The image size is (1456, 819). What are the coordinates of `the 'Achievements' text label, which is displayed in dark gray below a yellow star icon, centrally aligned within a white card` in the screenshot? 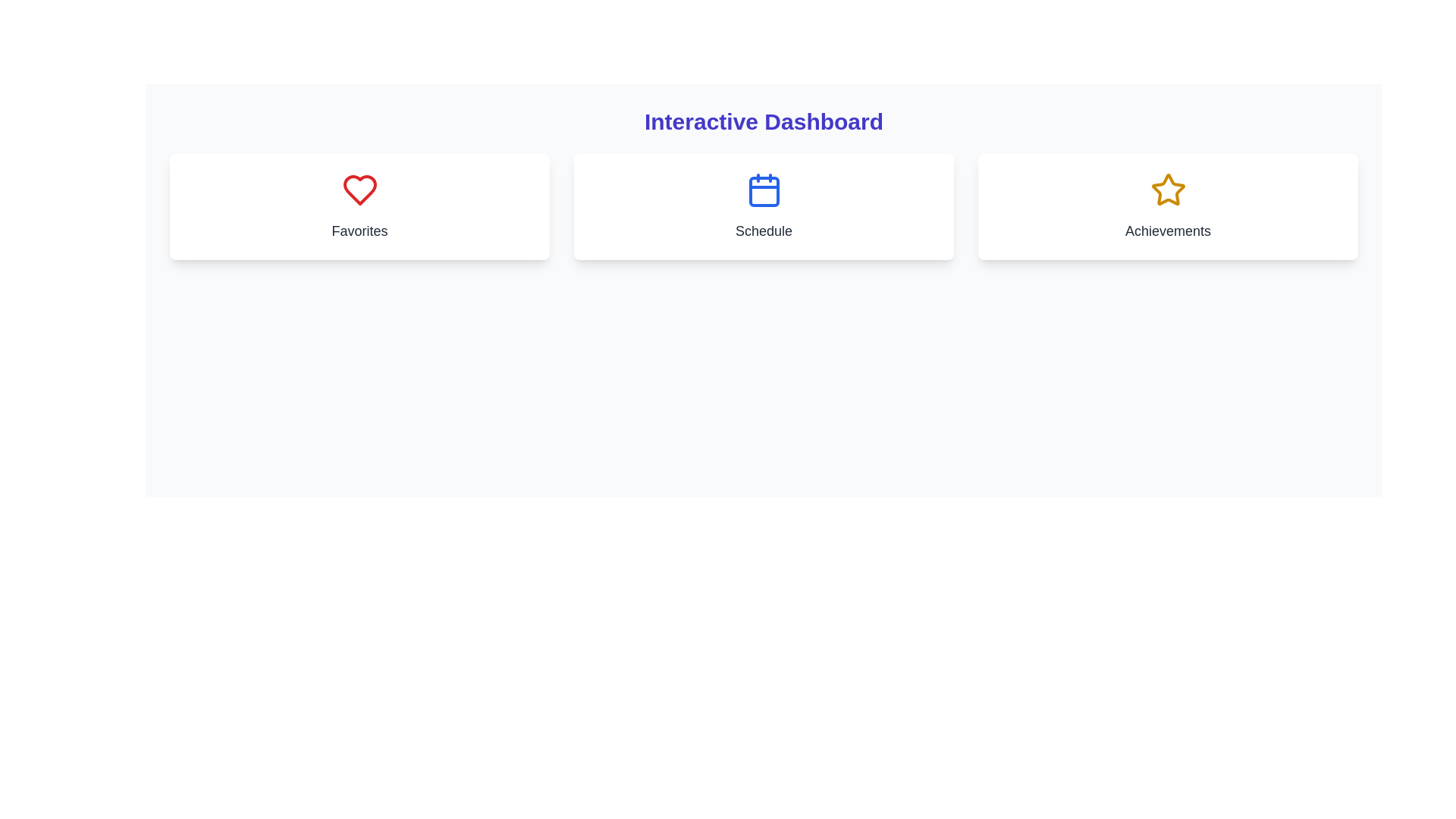 It's located at (1167, 231).